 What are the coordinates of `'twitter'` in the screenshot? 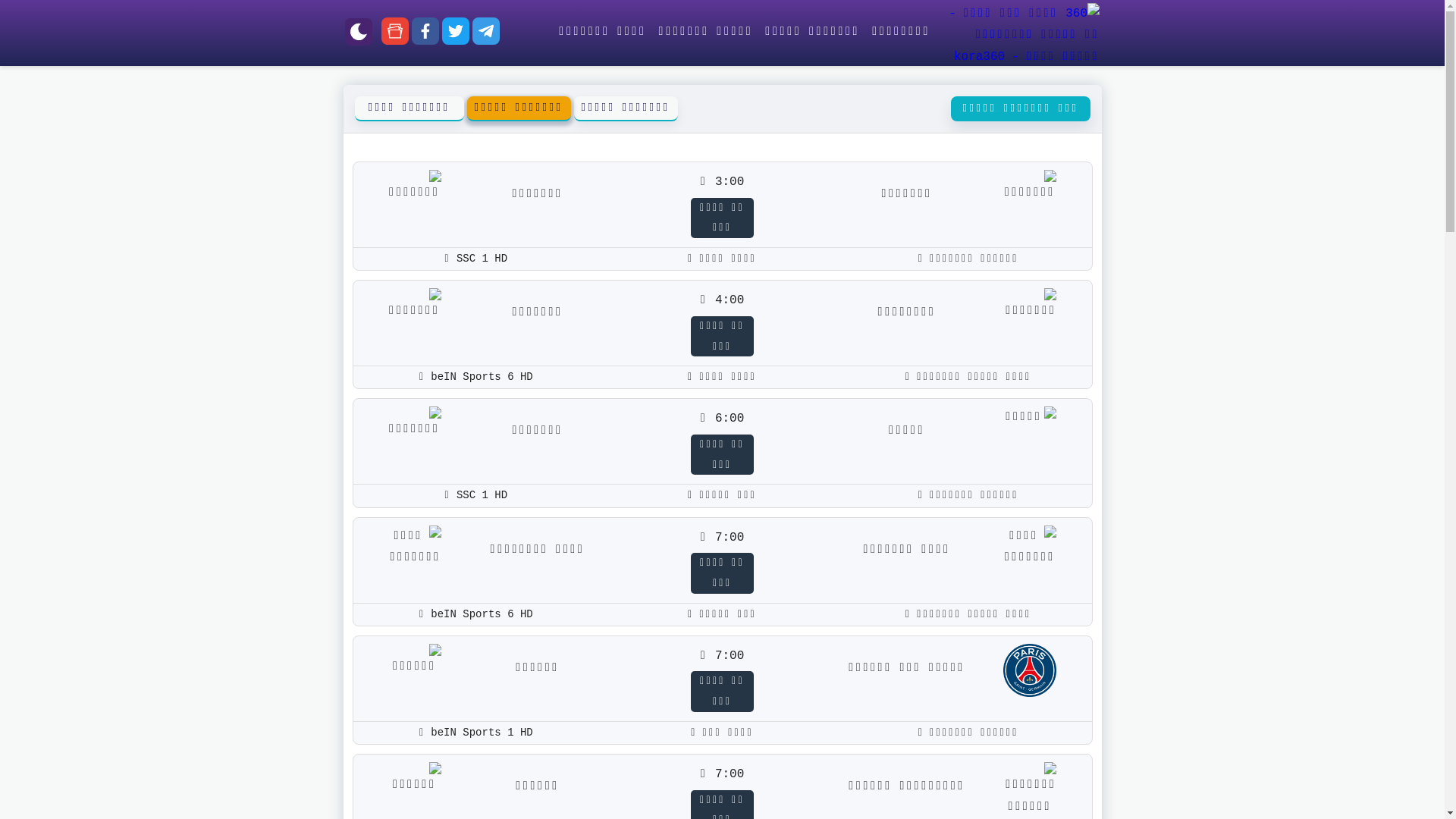 It's located at (454, 34).